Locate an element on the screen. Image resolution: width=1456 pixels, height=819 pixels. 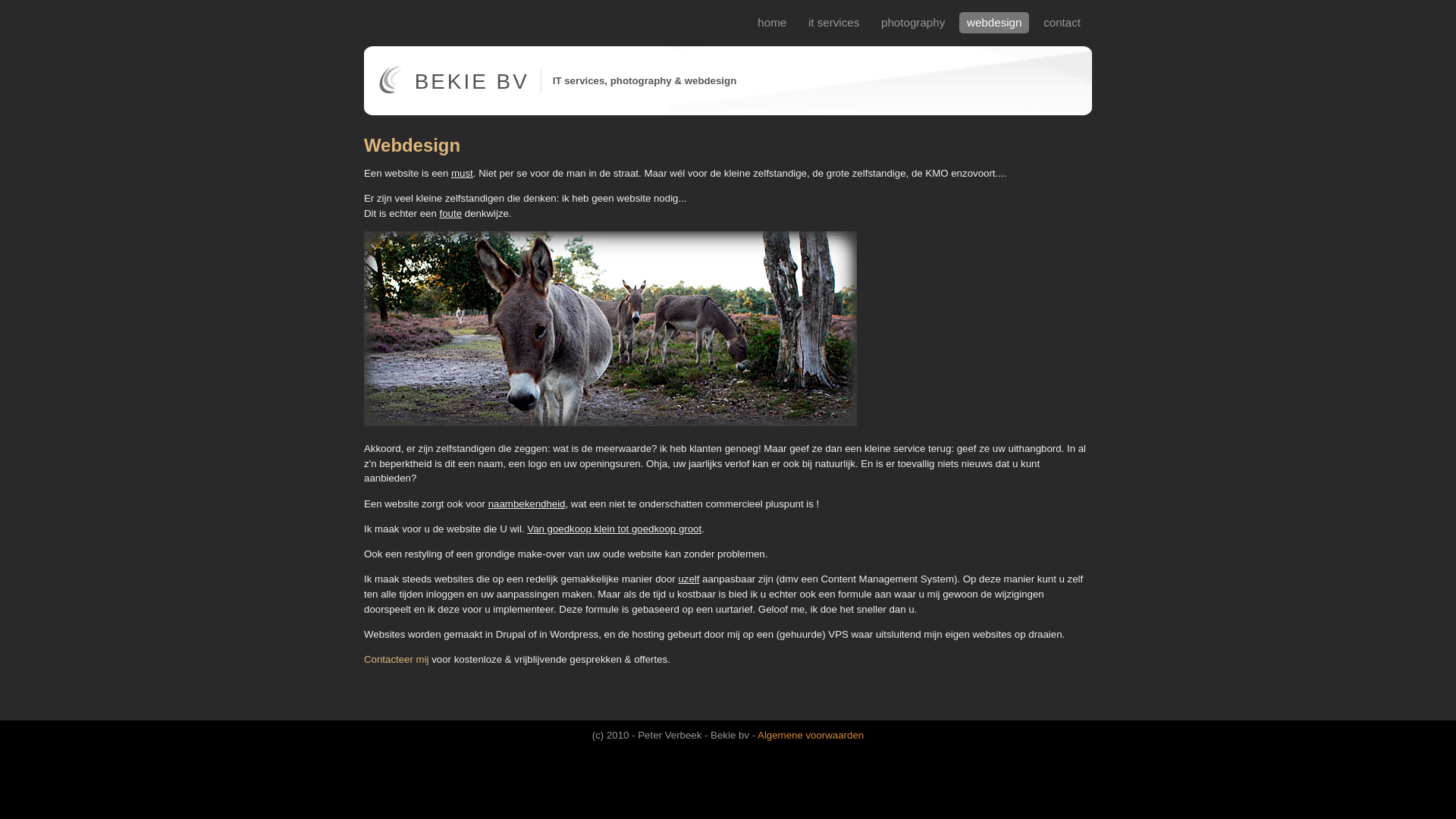
'it services' is located at coordinates (835, 22).